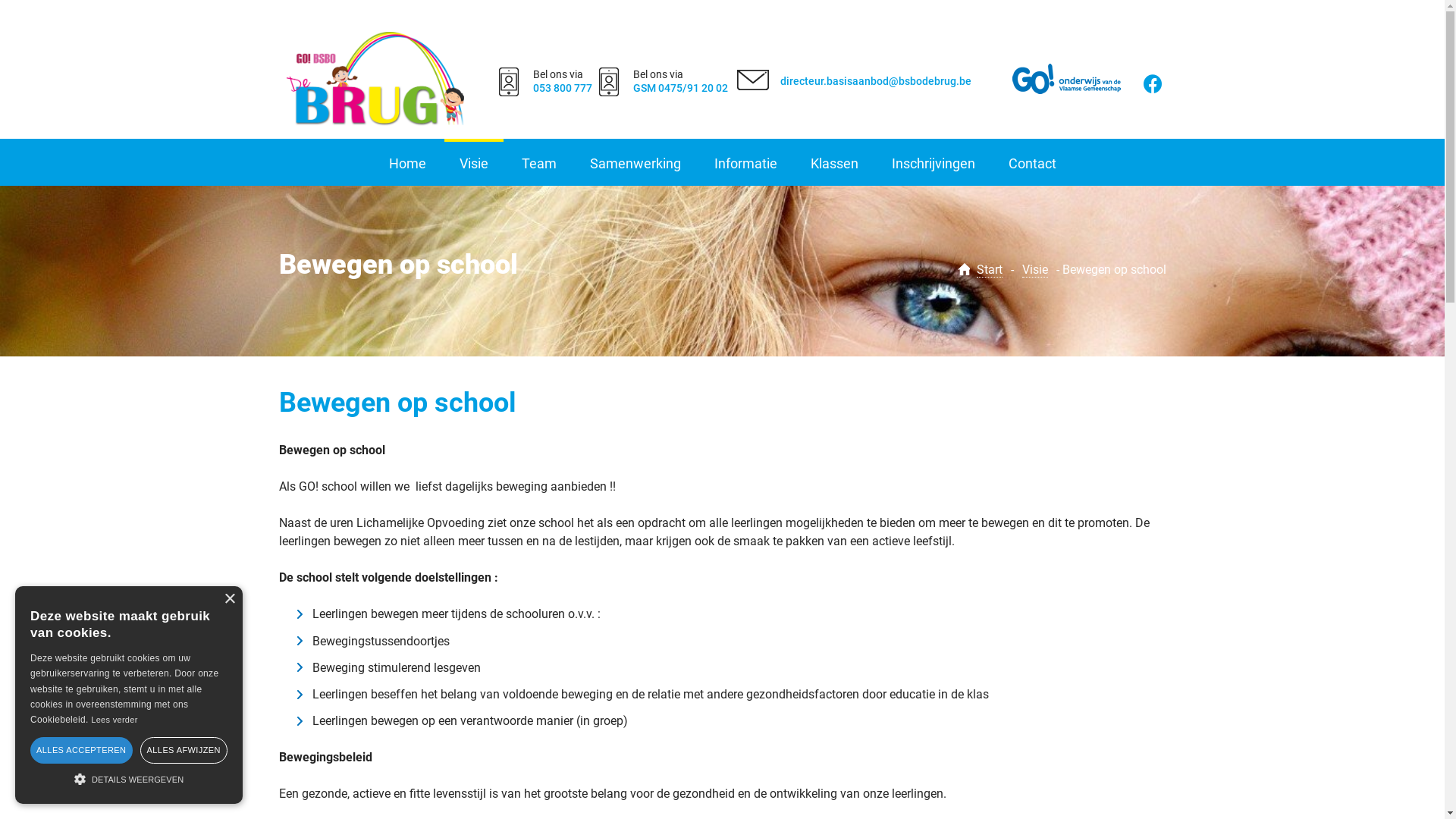 The height and width of the screenshot is (819, 1456). I want to click on 'Samenwerking', so click(574, 164).